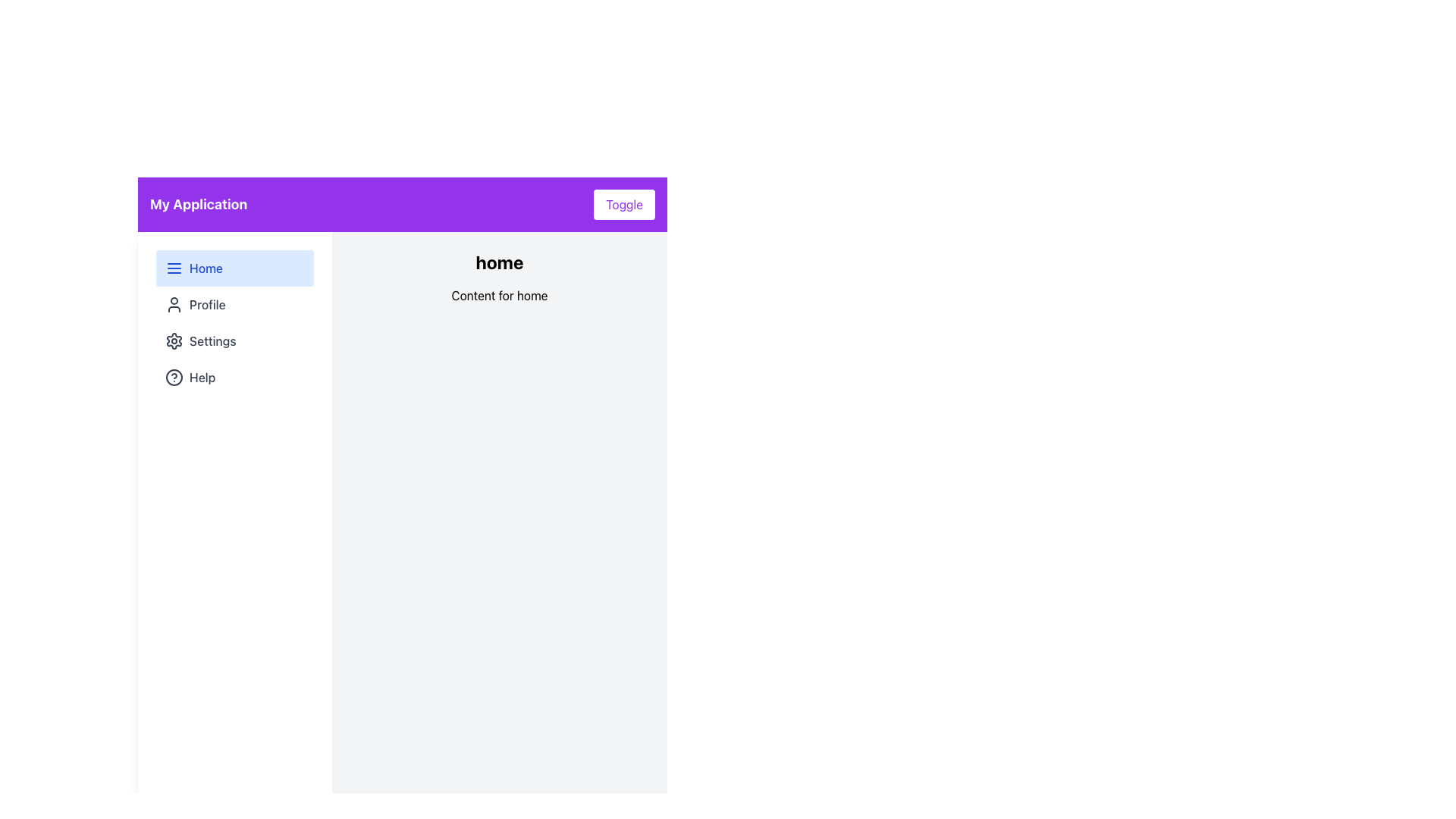  I want to click on the user icon in the left navigation panel, which is part of the 'Profile' menu item, located below 'Home' and above 'Settings', so click(174, 304).